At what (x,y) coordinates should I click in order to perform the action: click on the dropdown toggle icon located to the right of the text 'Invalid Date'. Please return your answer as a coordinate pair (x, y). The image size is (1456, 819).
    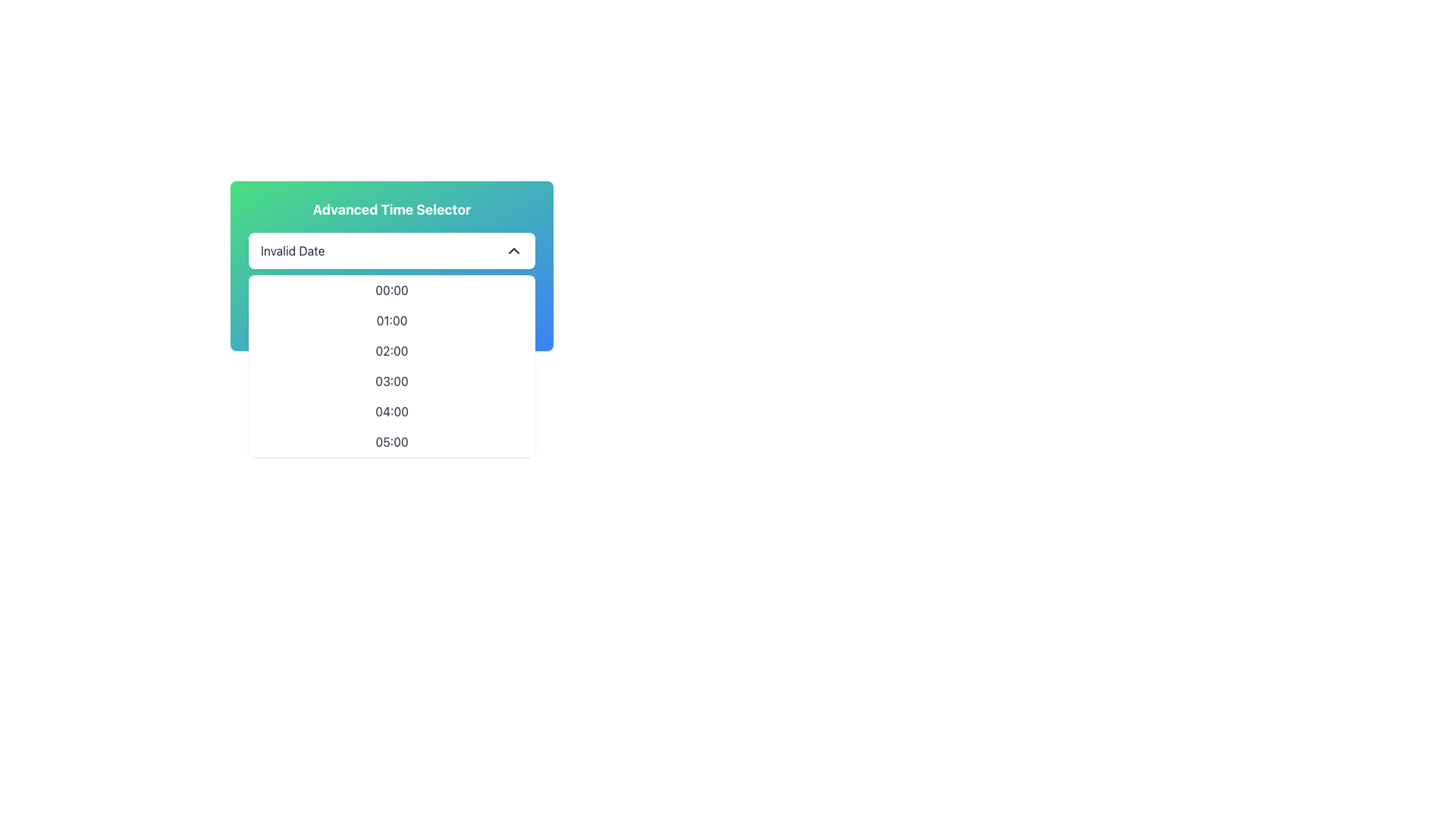
    Looking at the image, I should click on (513, 250).